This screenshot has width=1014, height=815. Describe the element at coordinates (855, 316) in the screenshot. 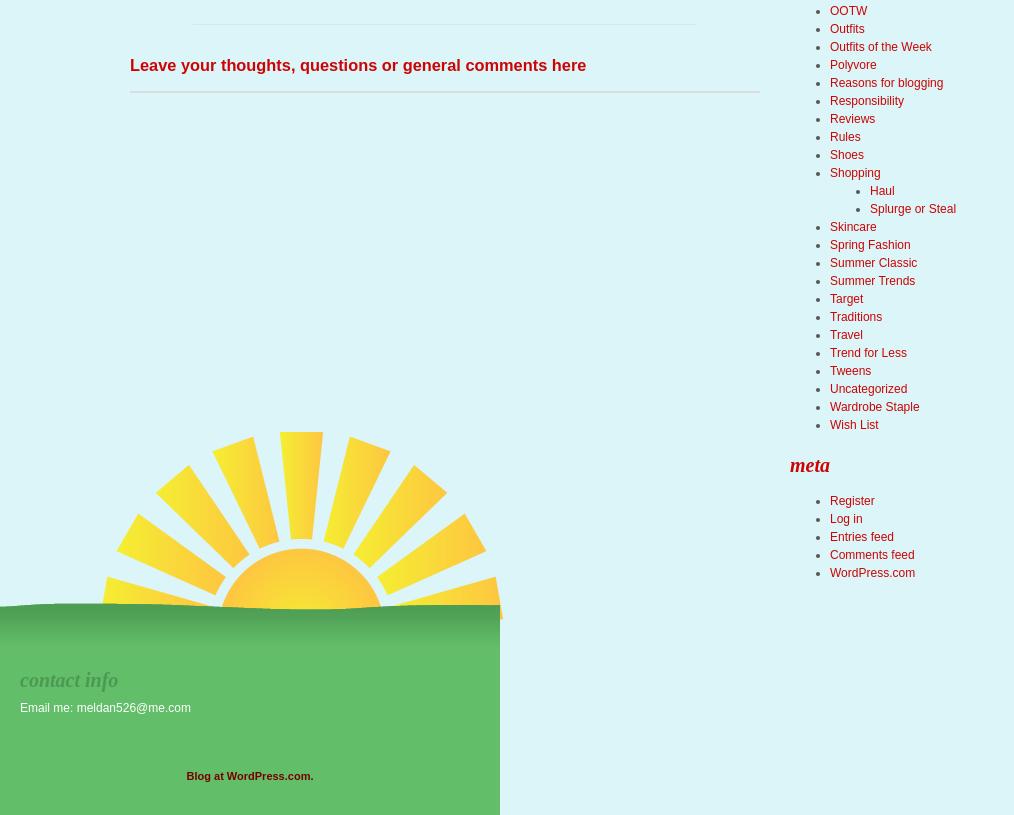

I see `'Traditions'` at that location.